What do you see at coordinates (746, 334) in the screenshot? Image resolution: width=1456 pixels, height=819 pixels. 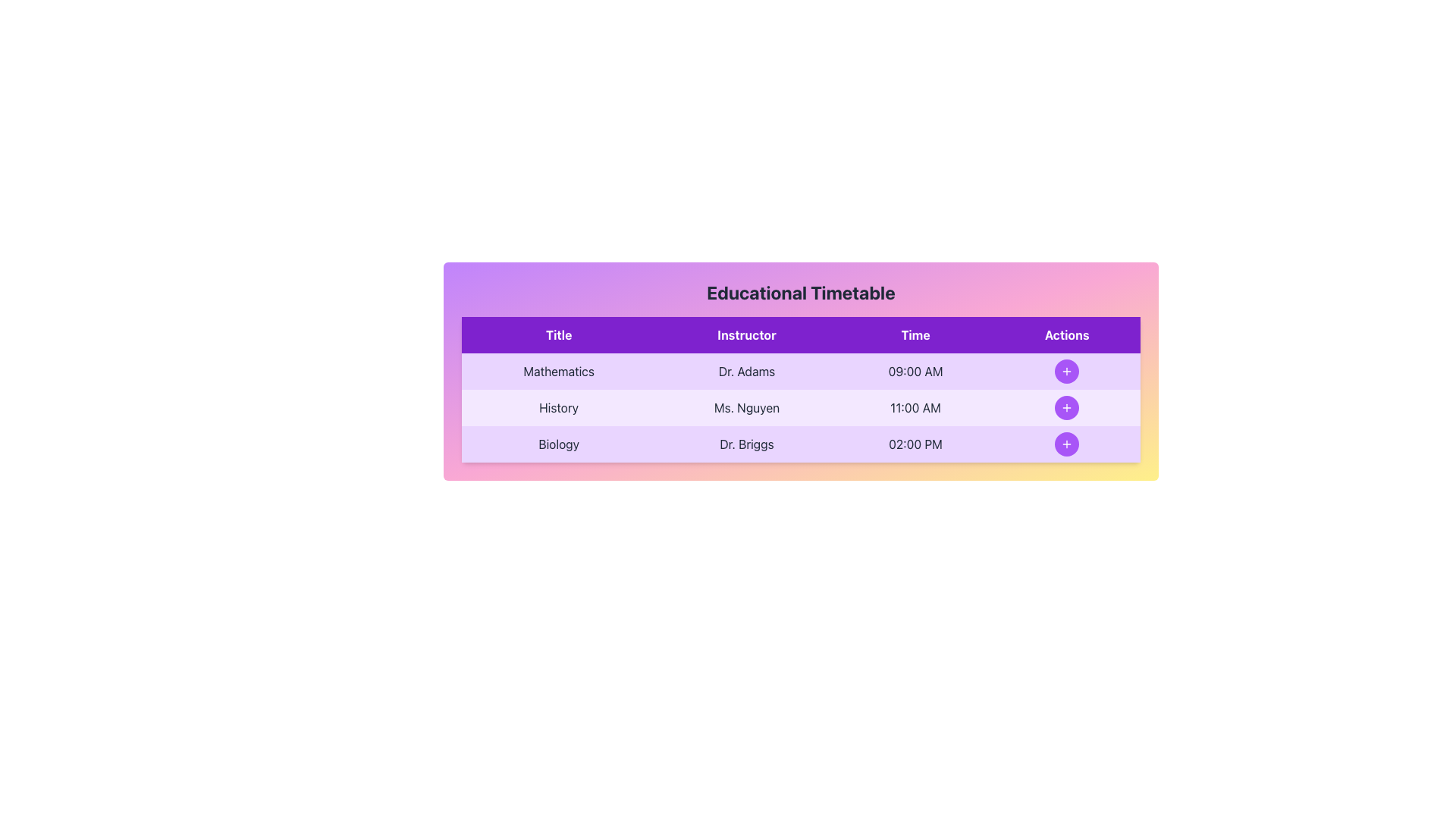 I see `the 'Instructor' label, which has a purple background and bold white text, located between the 'Title' and 'Time' columns in the timetable layout` at bounding box center [746, 334].